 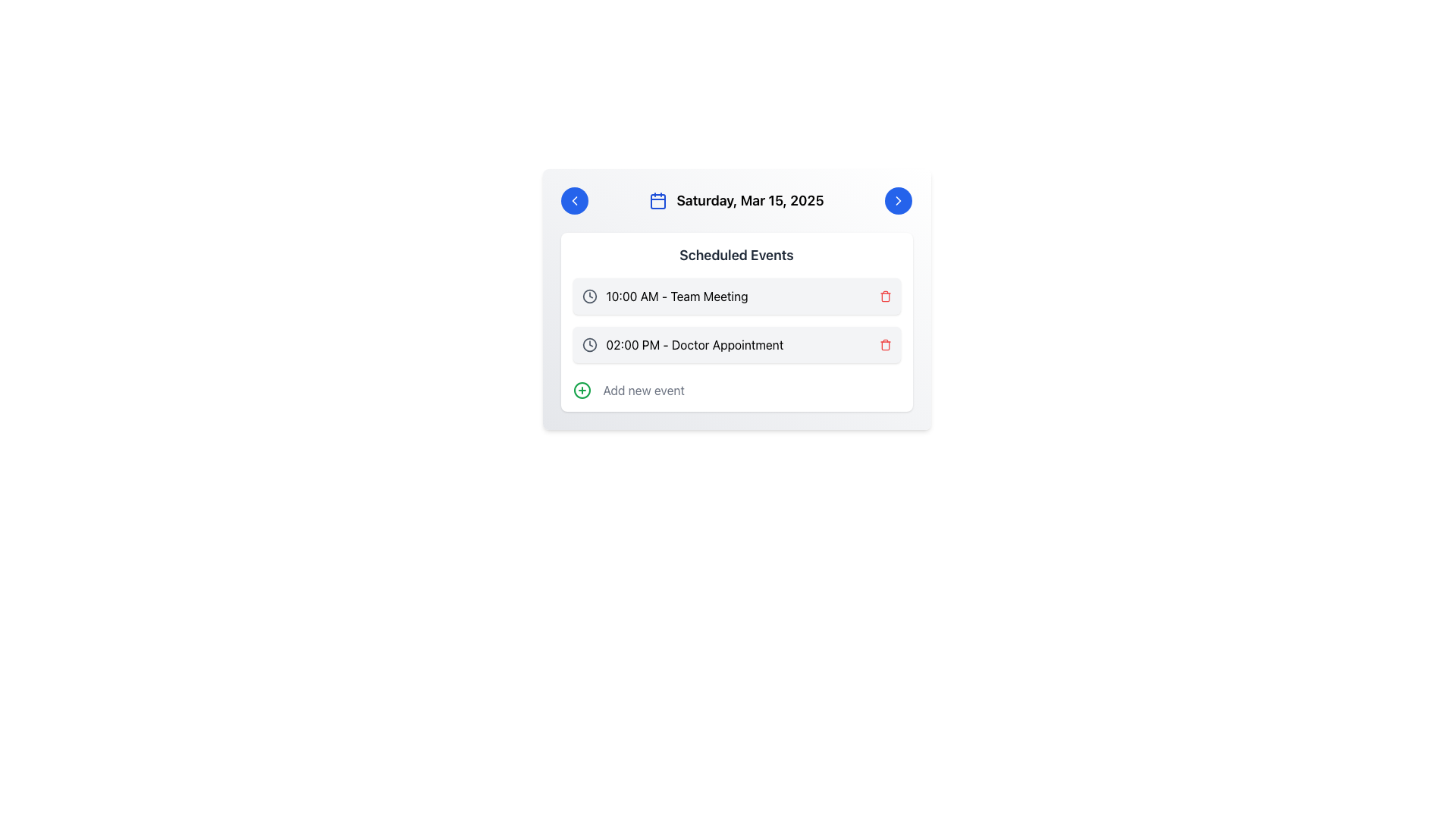 What do you see at coordinates (736, 200) in the screenshot?
I see `the Date Display element in the header section of the card layout, which indicates the selected date for related events` at bounding box center [736, 200].